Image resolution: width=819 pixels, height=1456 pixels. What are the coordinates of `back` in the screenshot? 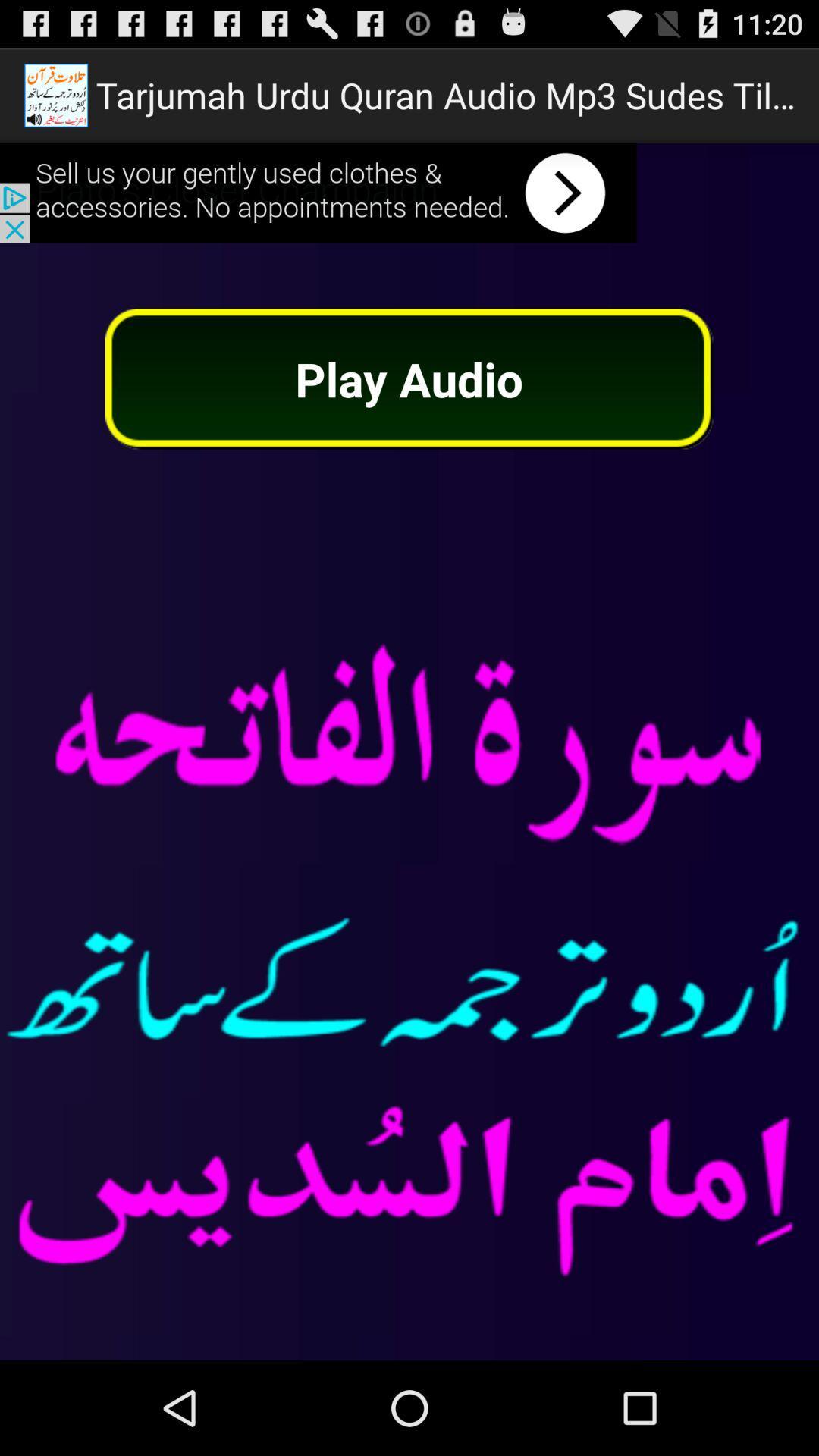 It's located at (318, 192).